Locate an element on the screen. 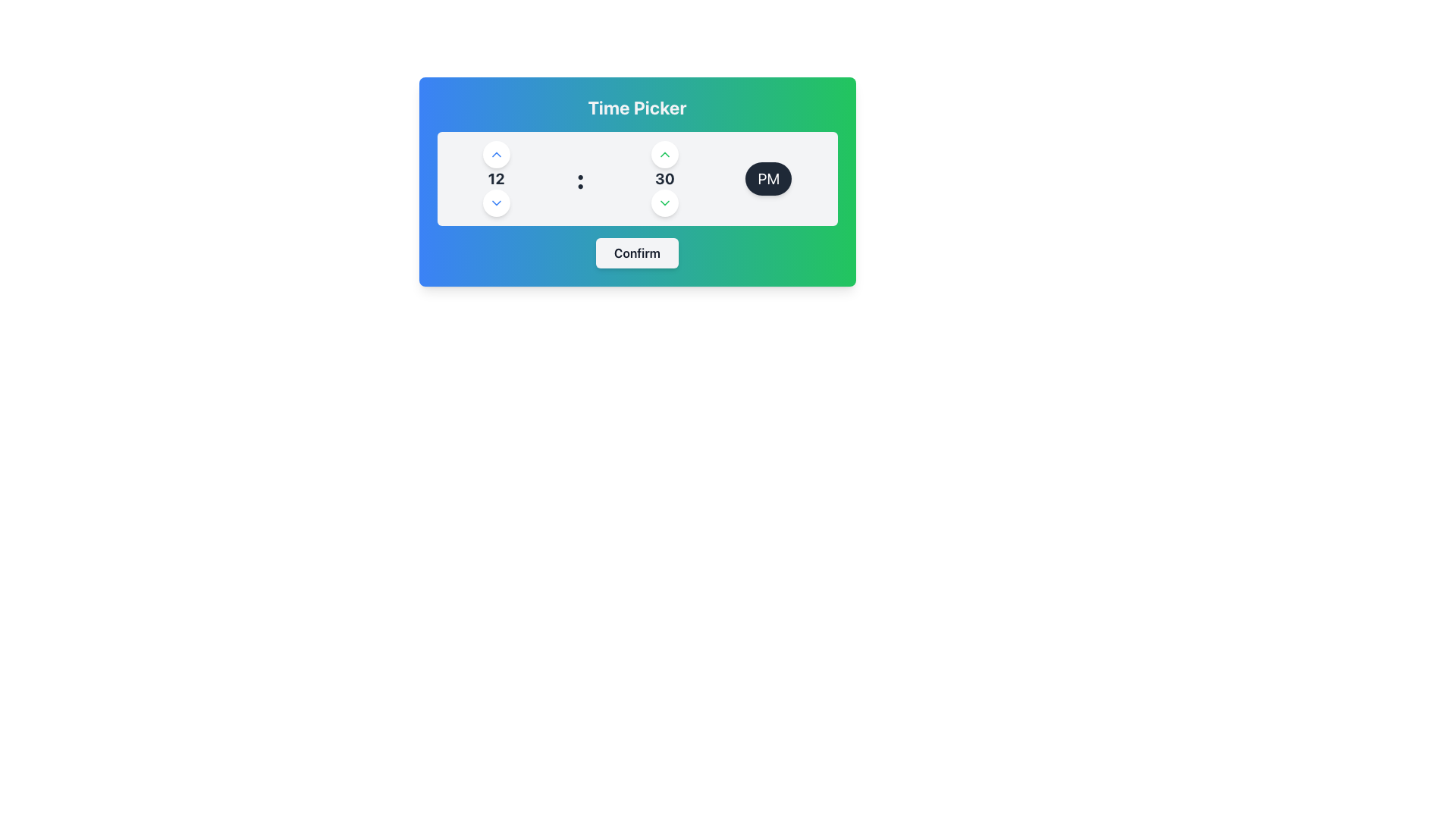  the lower rounded button with a white background and a blue downward-pointing chevron icon in the time picker interface to trigger hover effects is located at coordinates (496, 202).